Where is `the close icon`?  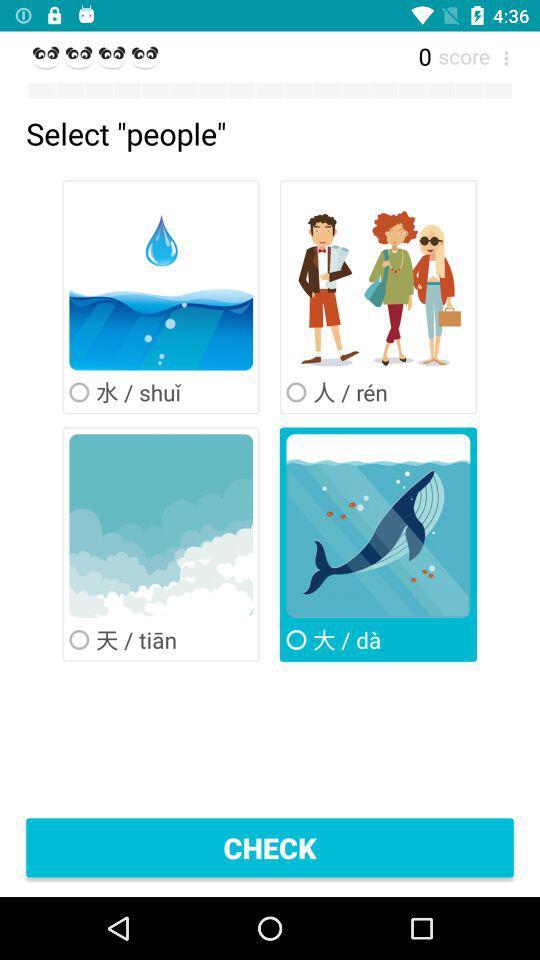
the close icon is located at coordinates (437, 658).